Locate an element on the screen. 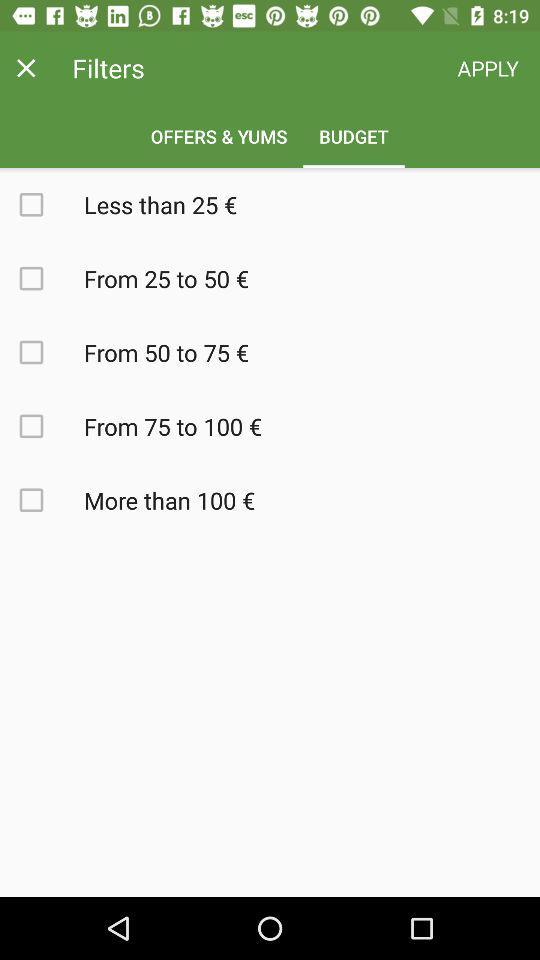 Image resolution: width=540 pixels, height=960 pixels. to cancel is located at coordinates (25, 68).